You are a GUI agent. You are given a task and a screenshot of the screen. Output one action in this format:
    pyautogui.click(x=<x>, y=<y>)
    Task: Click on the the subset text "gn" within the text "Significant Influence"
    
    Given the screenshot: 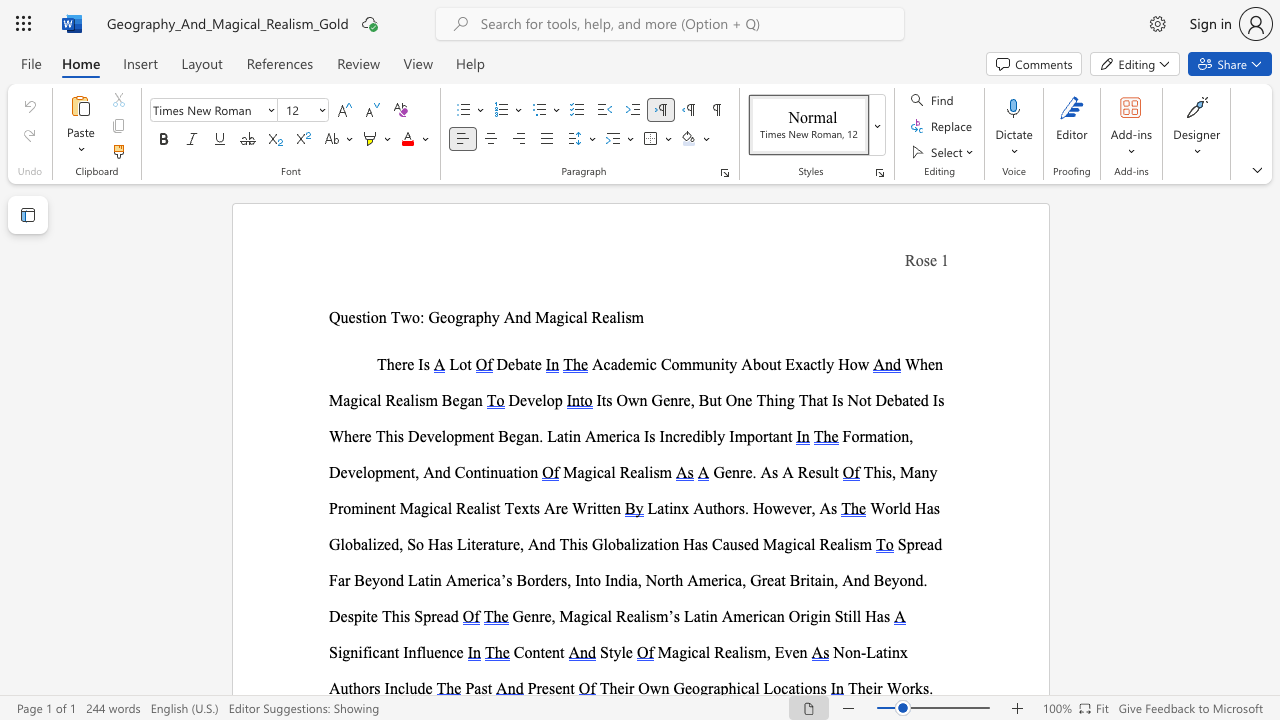 What is the action you would take?
    pyautogui.click(x=342, y=652)
    